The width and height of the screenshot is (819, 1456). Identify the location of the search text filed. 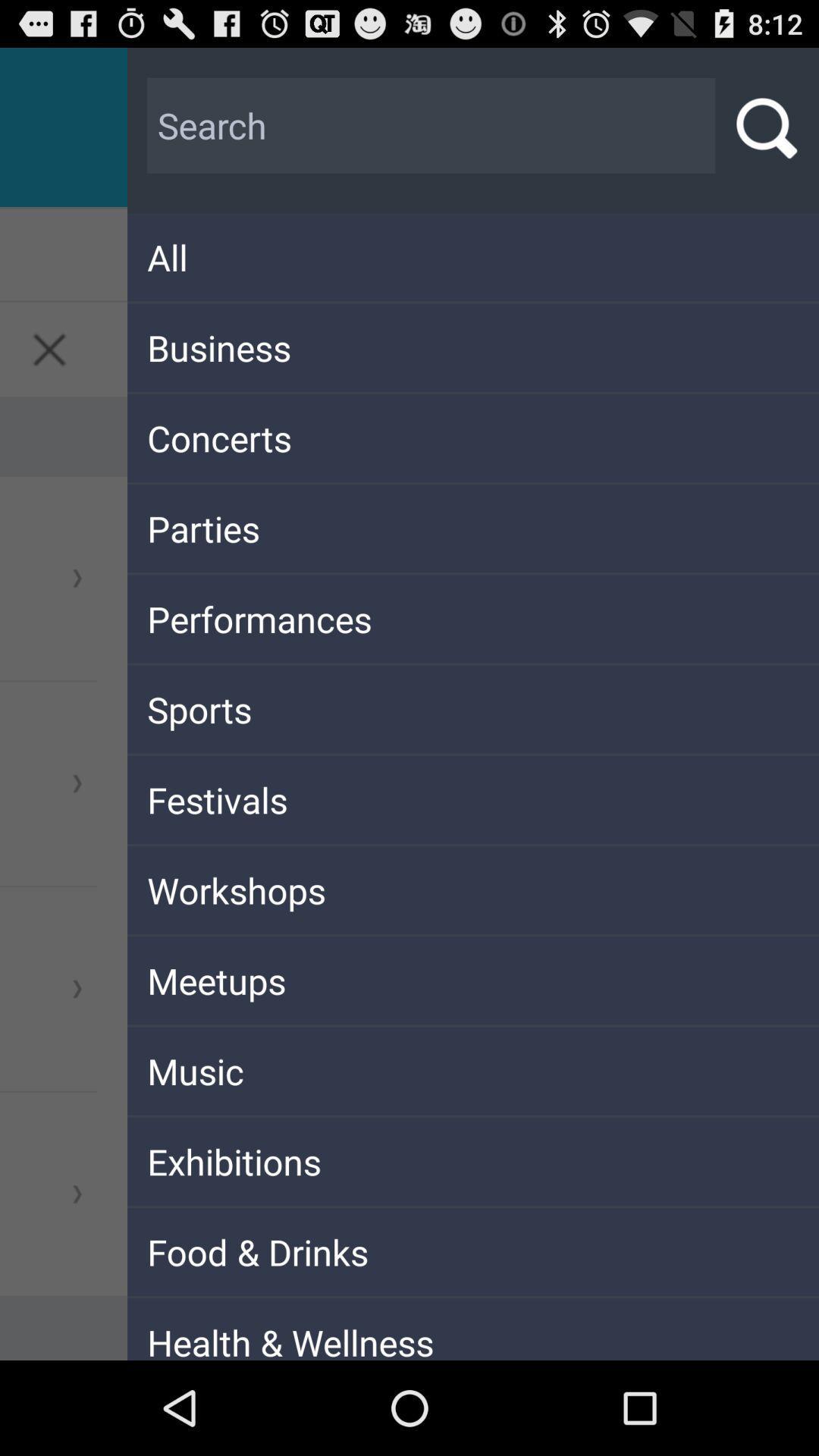
(431, 126).